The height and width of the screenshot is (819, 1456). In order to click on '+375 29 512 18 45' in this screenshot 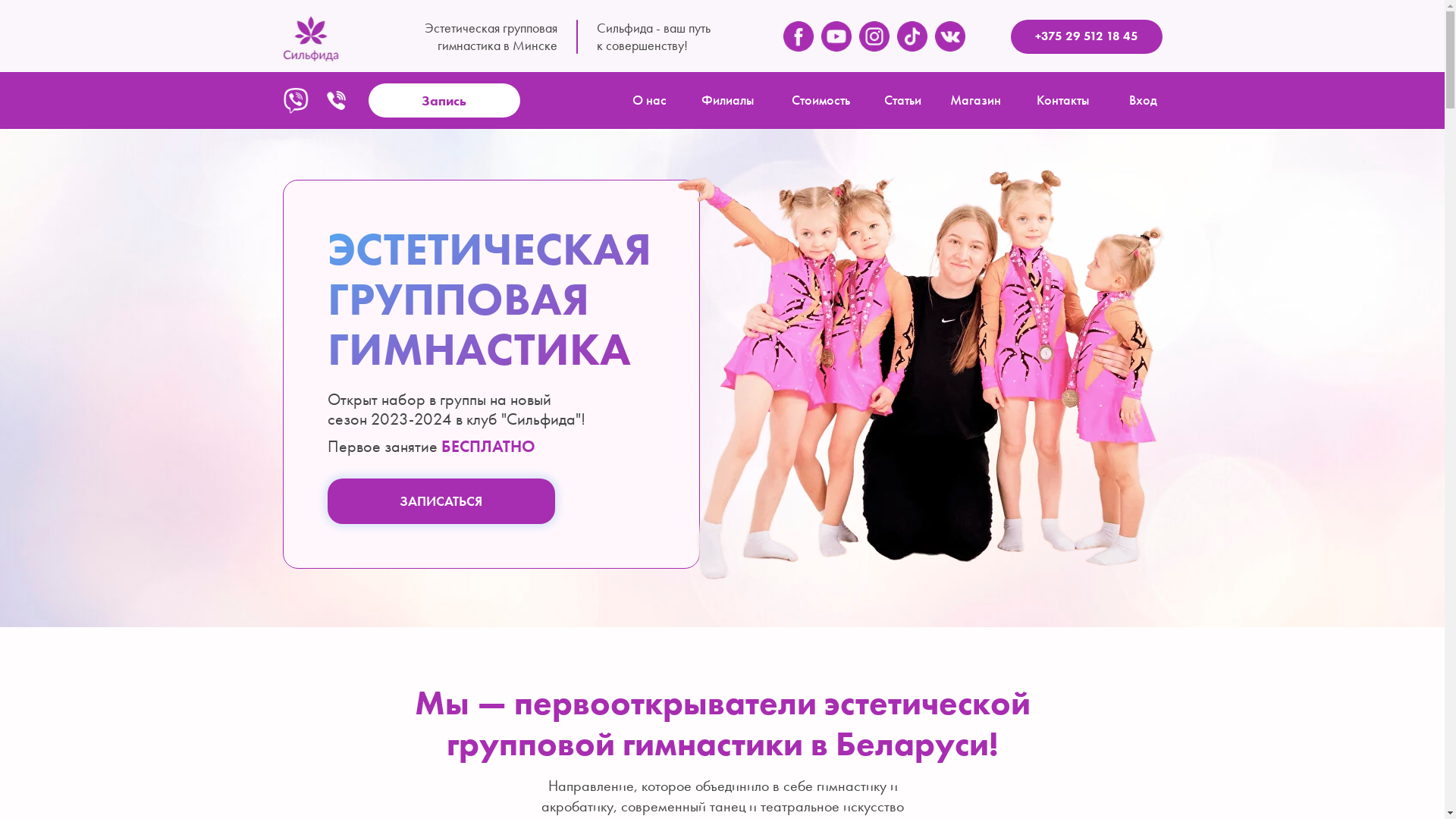, I will do `click(1084, 36)`.